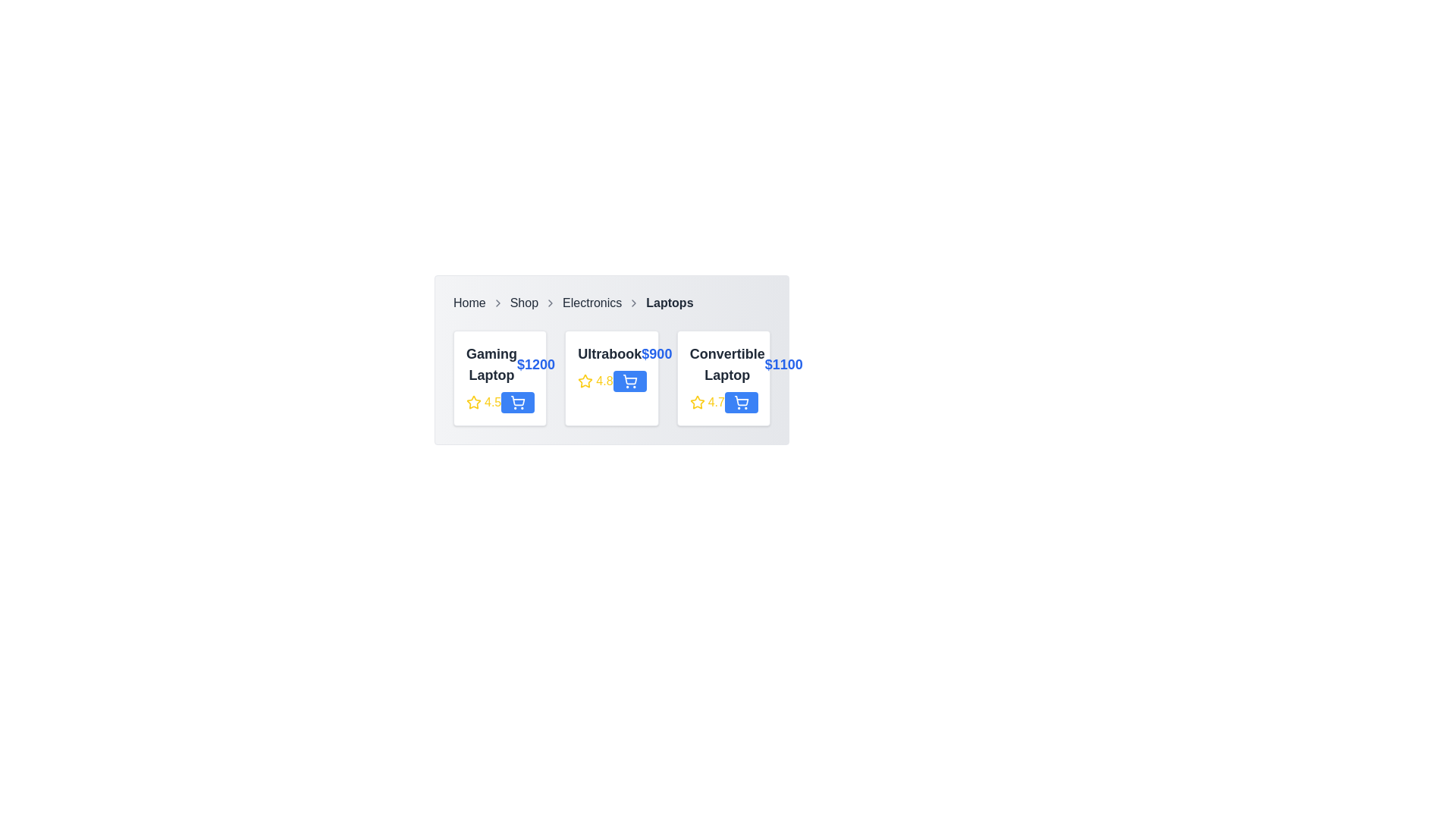  What do you see at coordinates (500, 402) in the screenshot?
I see `the rating value displayed by the star icon and the text '4.5' in yellow, located in the bottom section of the first product card for 'Gaming Laptop'` at bounding box center [500, 402].